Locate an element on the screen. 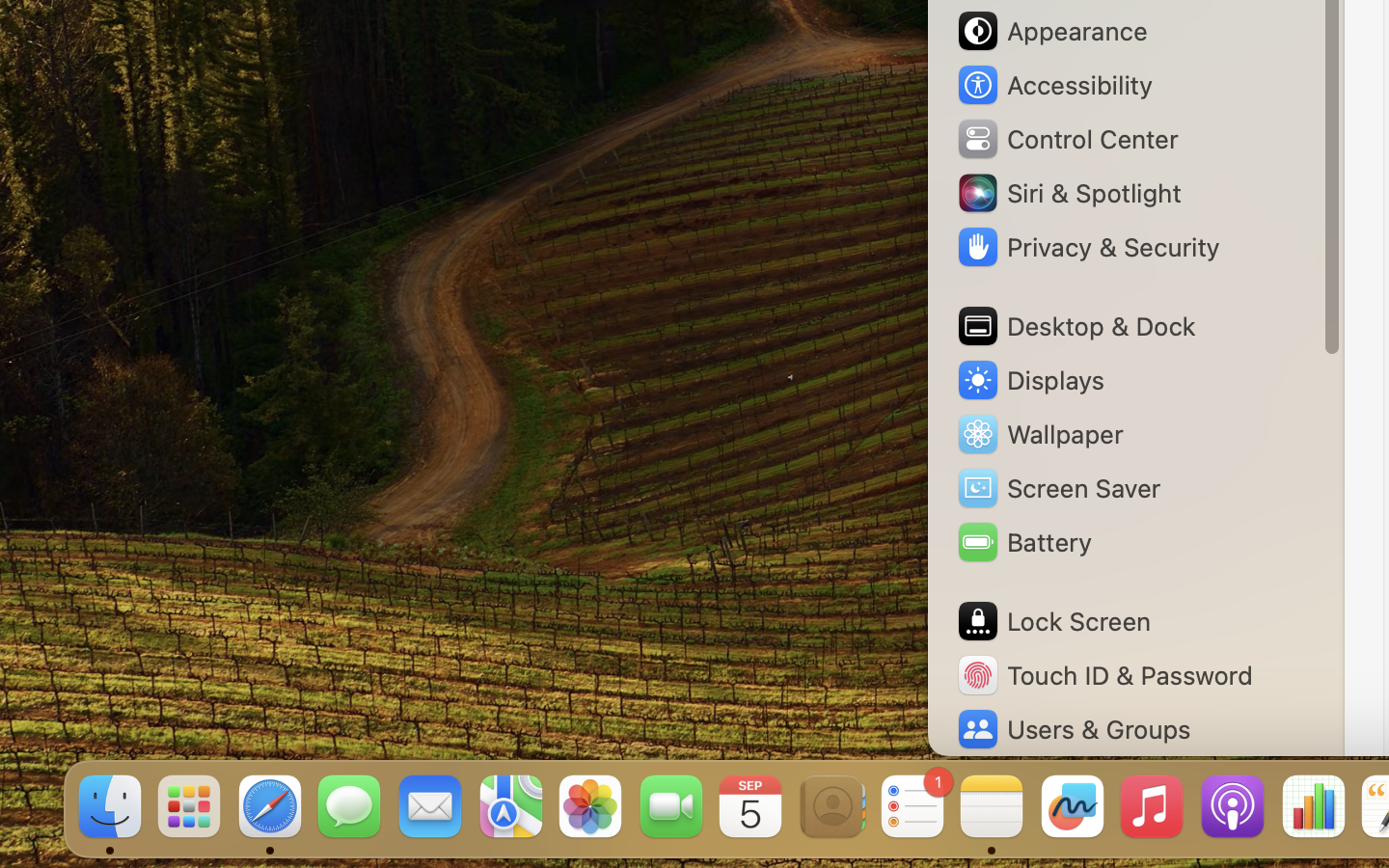 The image size is (1389, 868). 'Control Center' is located at coordinates (1066, 139).